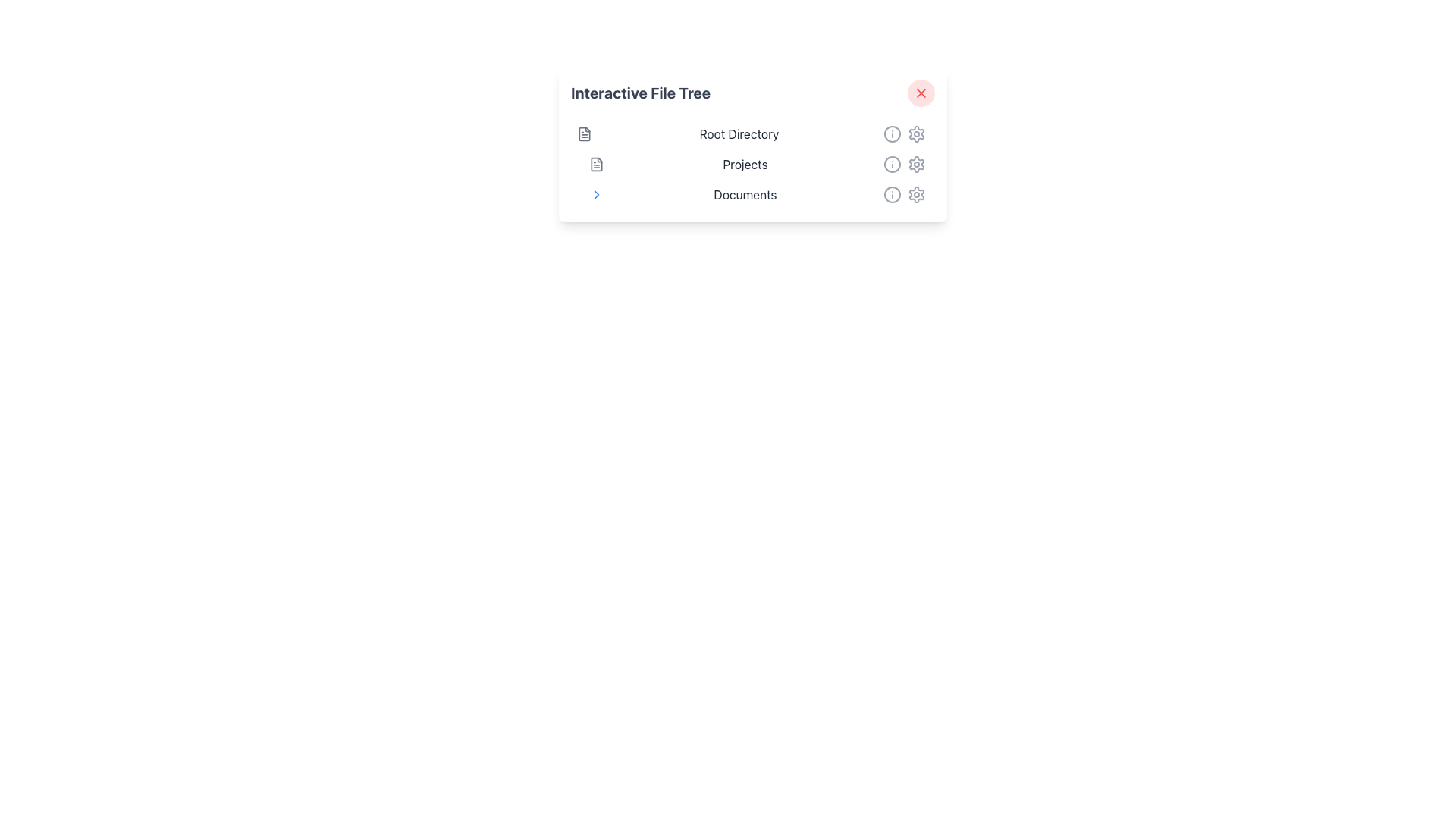 The width and height of the screenshot is (1456, 819). What do you see at coordinates (759, 164) in the screenshot?
I see `the navigational list item labeled 'Projects', which is the second item in a vertical list positioned between 'Root Directory' and 'Documents'` at bounding box center [759, 164].